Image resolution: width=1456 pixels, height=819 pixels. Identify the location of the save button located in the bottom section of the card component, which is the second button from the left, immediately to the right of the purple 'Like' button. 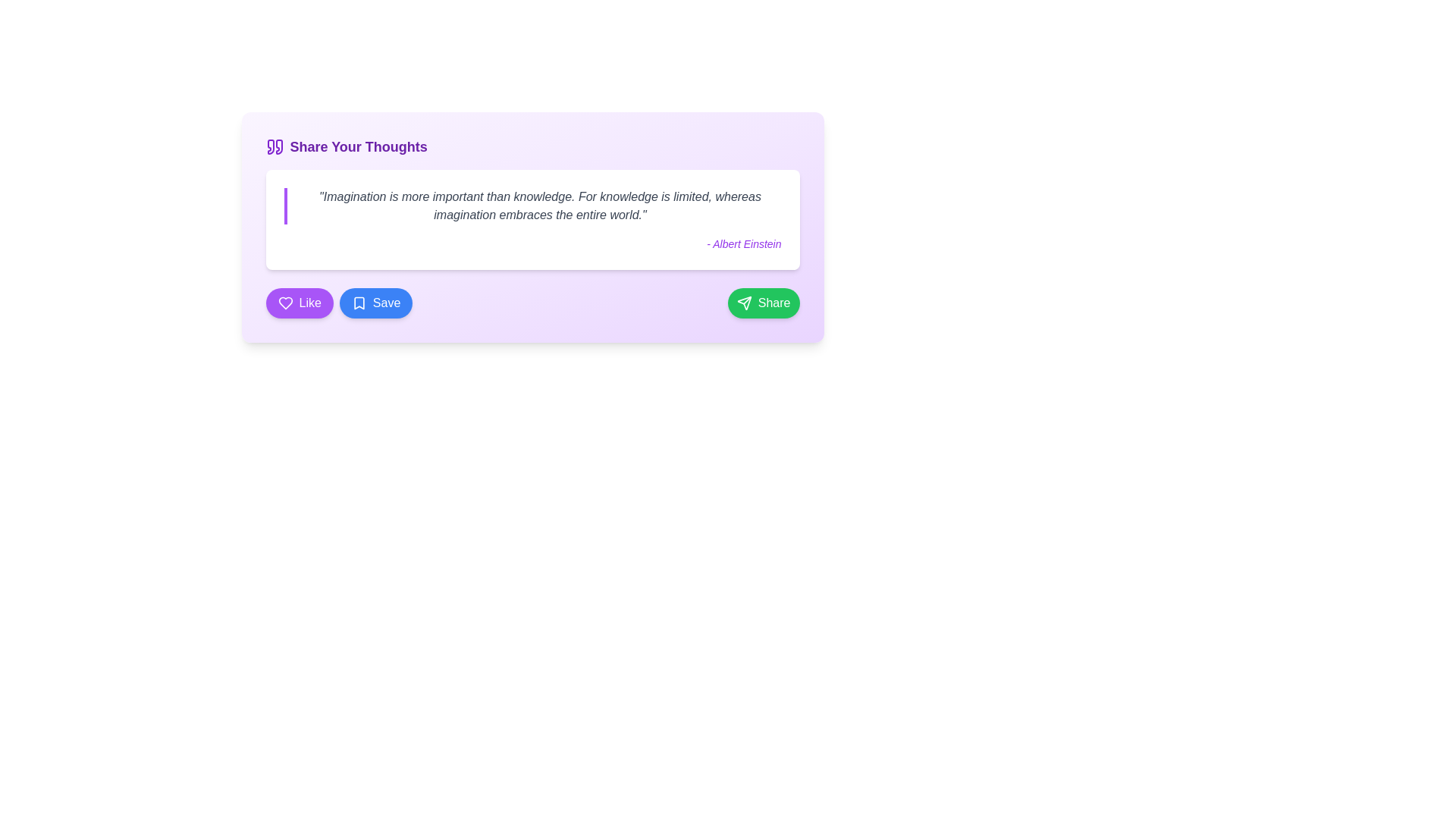
(376, 303).